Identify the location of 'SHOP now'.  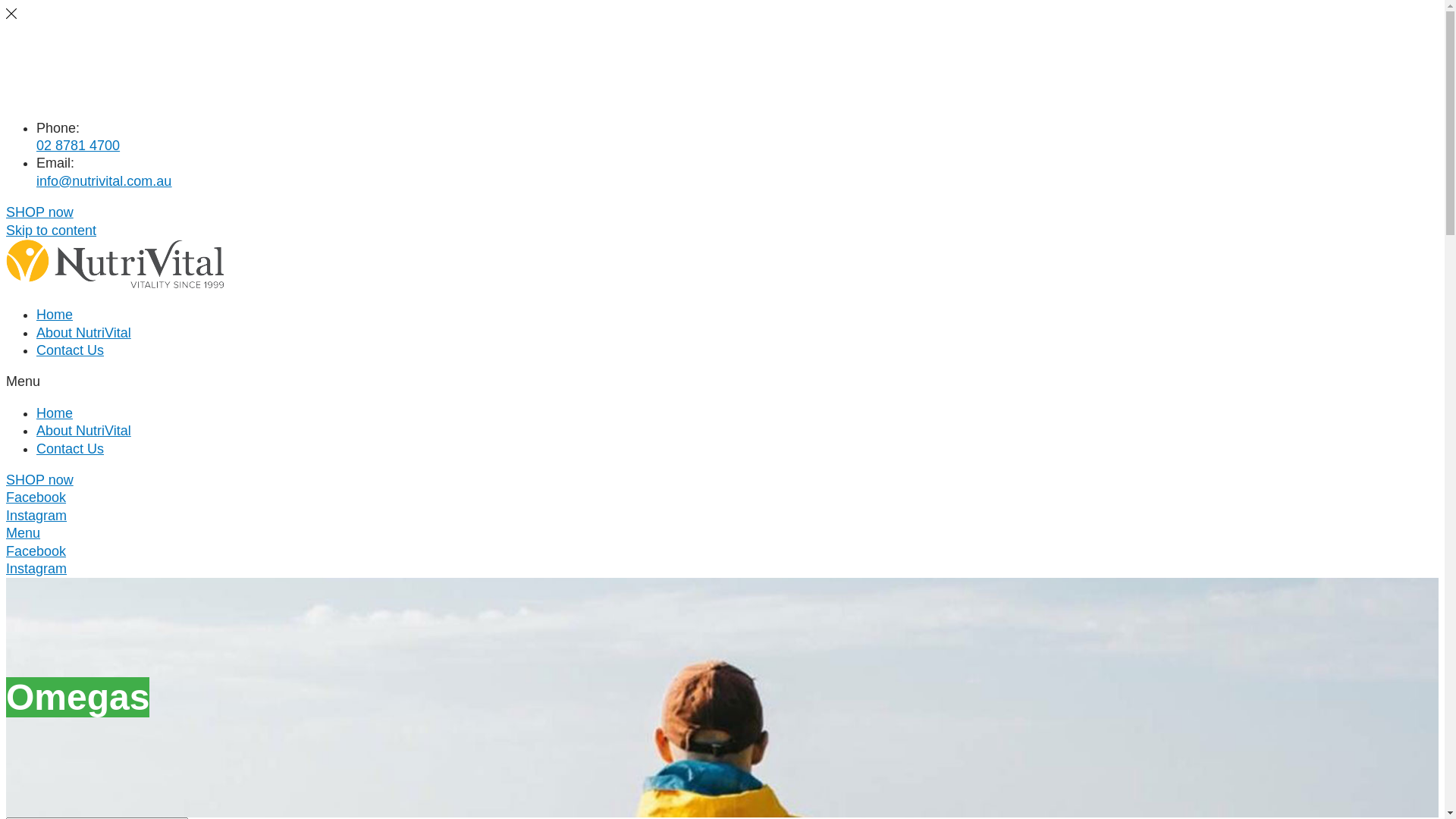
(6, 212).